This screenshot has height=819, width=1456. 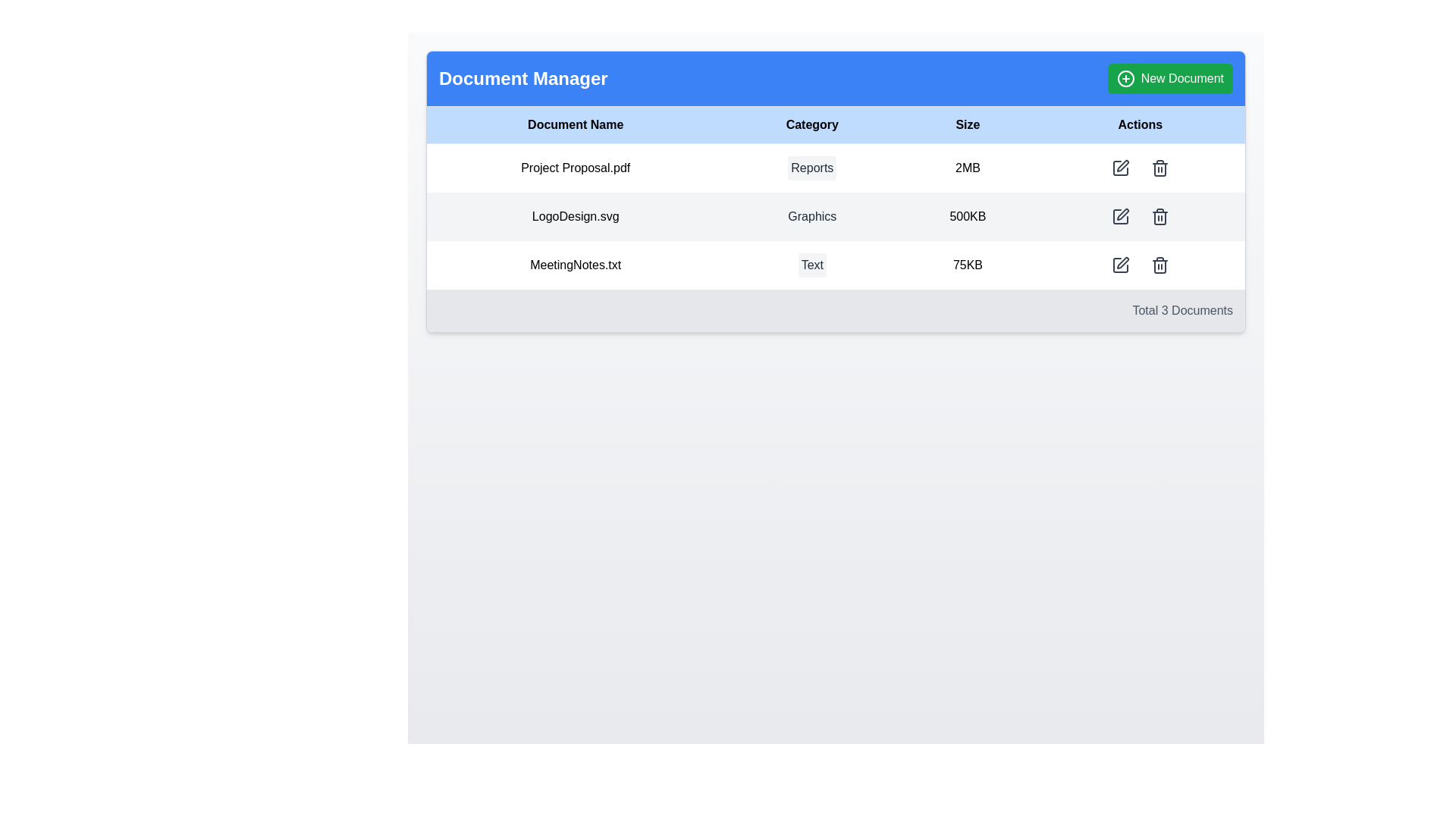 I want to click on the 'Reports' text label, which is a rounded rectangle with a gray background located in the 'Category' column of the first row of a table, so click(x=811, y=168).